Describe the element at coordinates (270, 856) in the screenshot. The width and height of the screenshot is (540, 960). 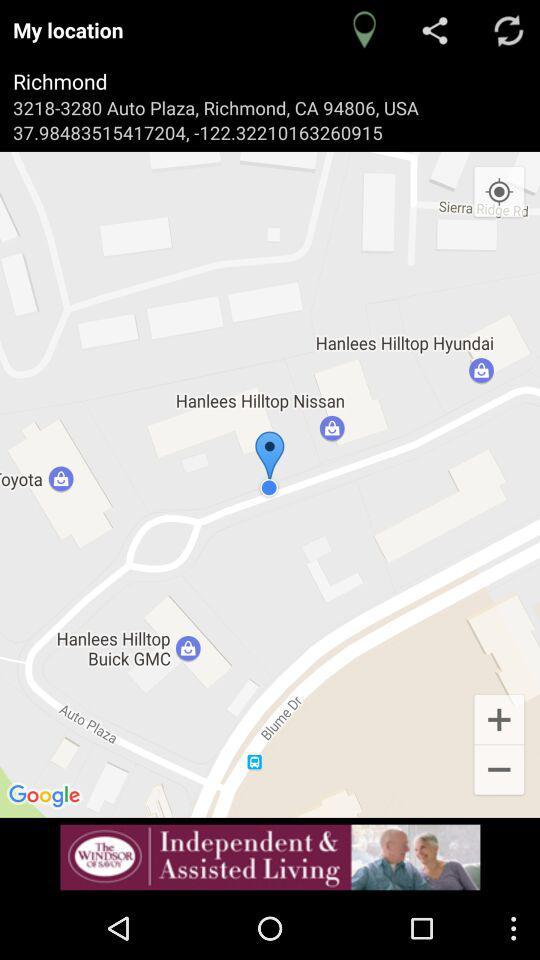
I see `open advertisement` at that location.